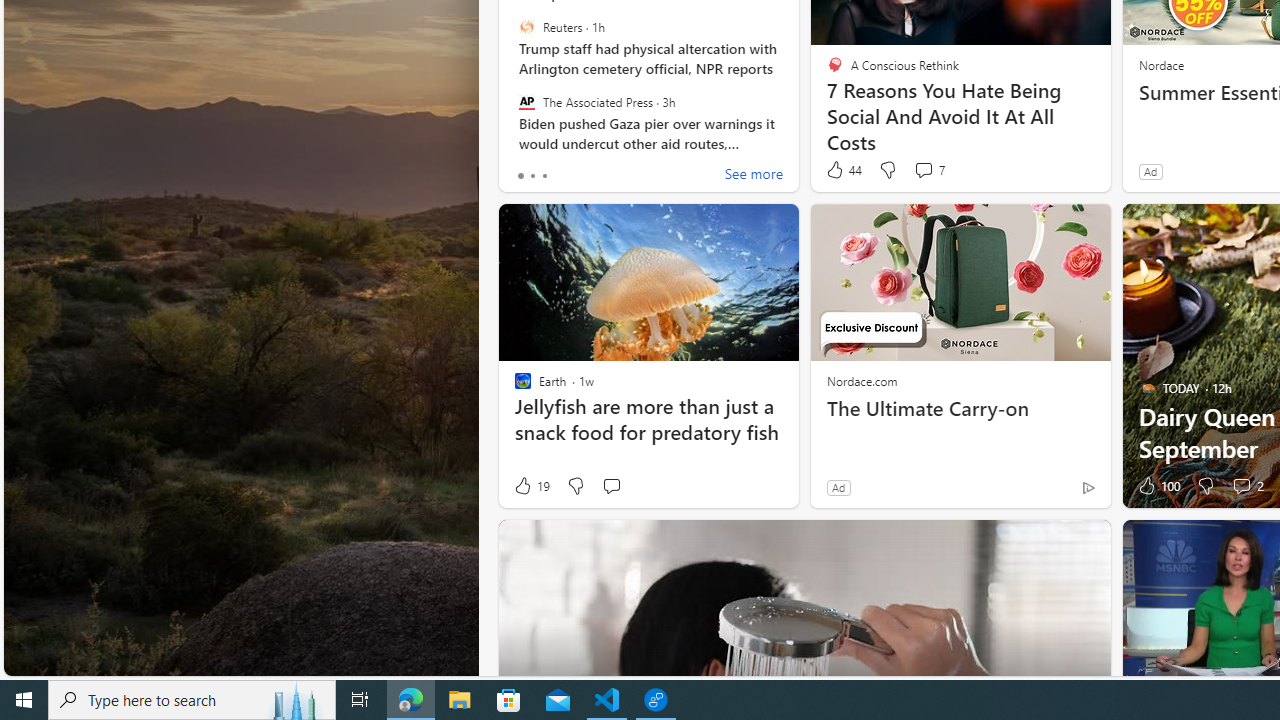 This screenshot has height=720, width=1280. I want to click on 'Start the conversation', so click(610, 486).